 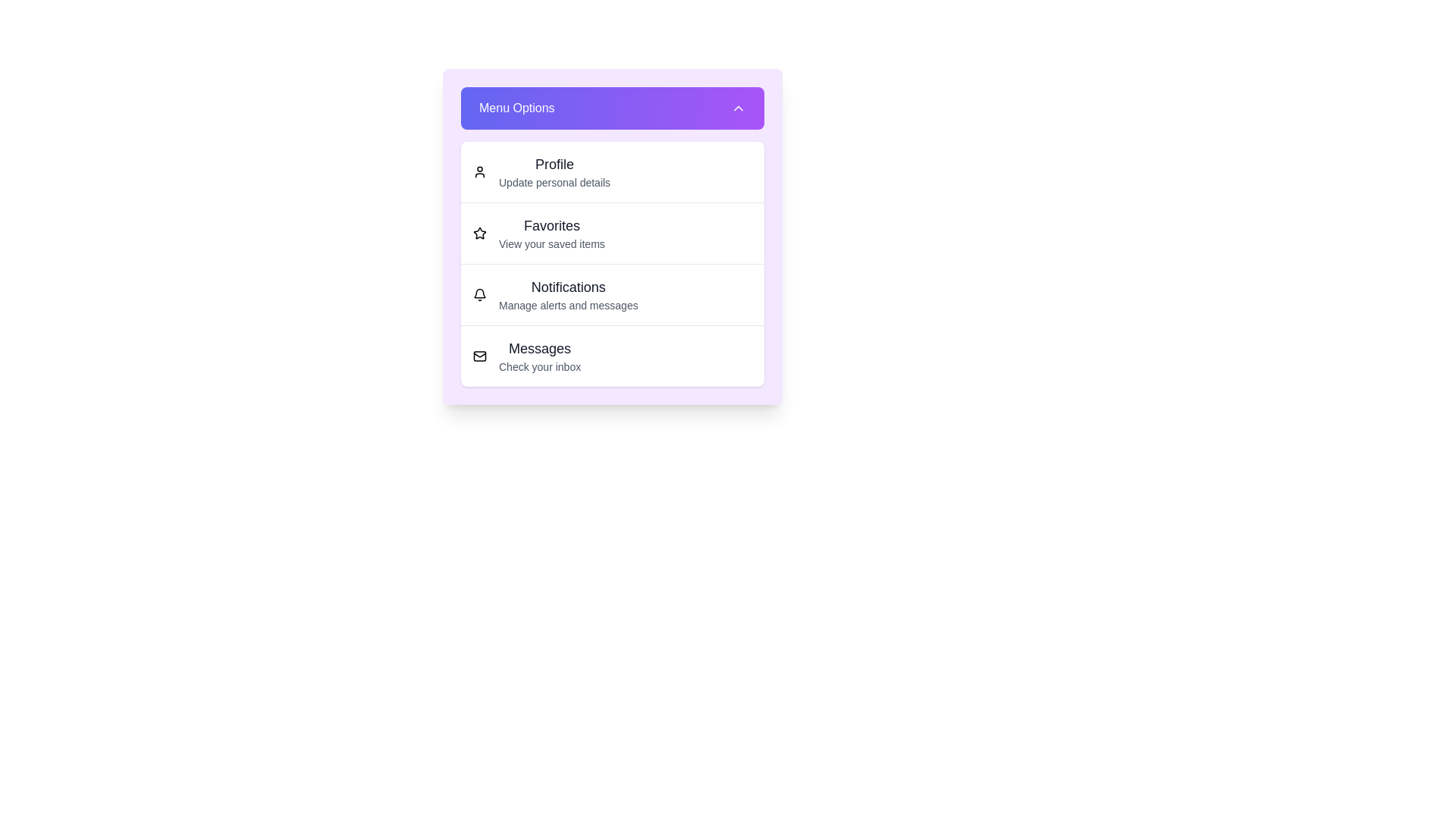 I want to click on the menu toggle button to expand or collapse the menu, so click(x=612, y=107).